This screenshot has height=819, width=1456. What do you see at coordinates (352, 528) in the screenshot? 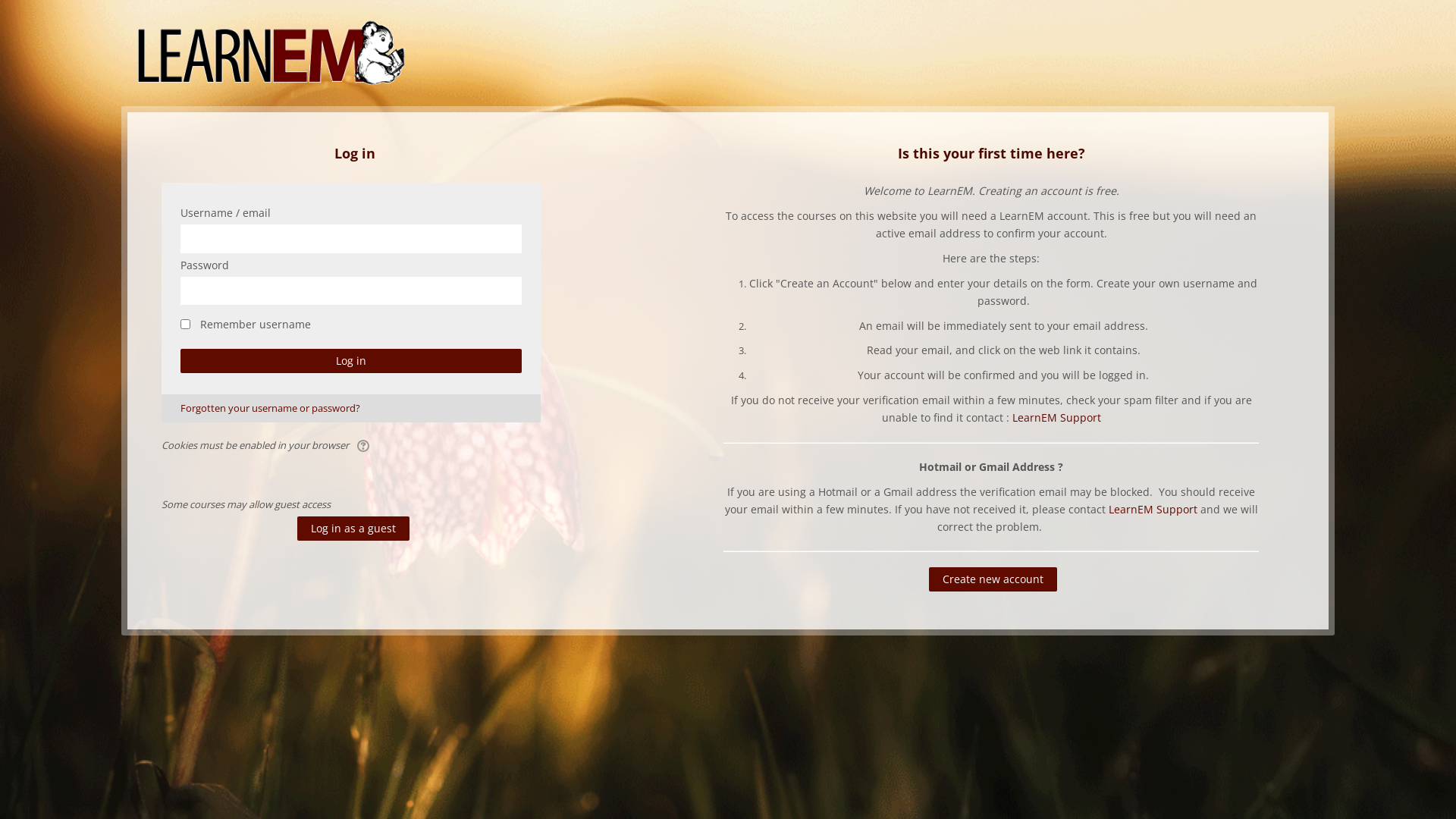
I see `'Log in as a guest'` at bounding box center [352, 528].